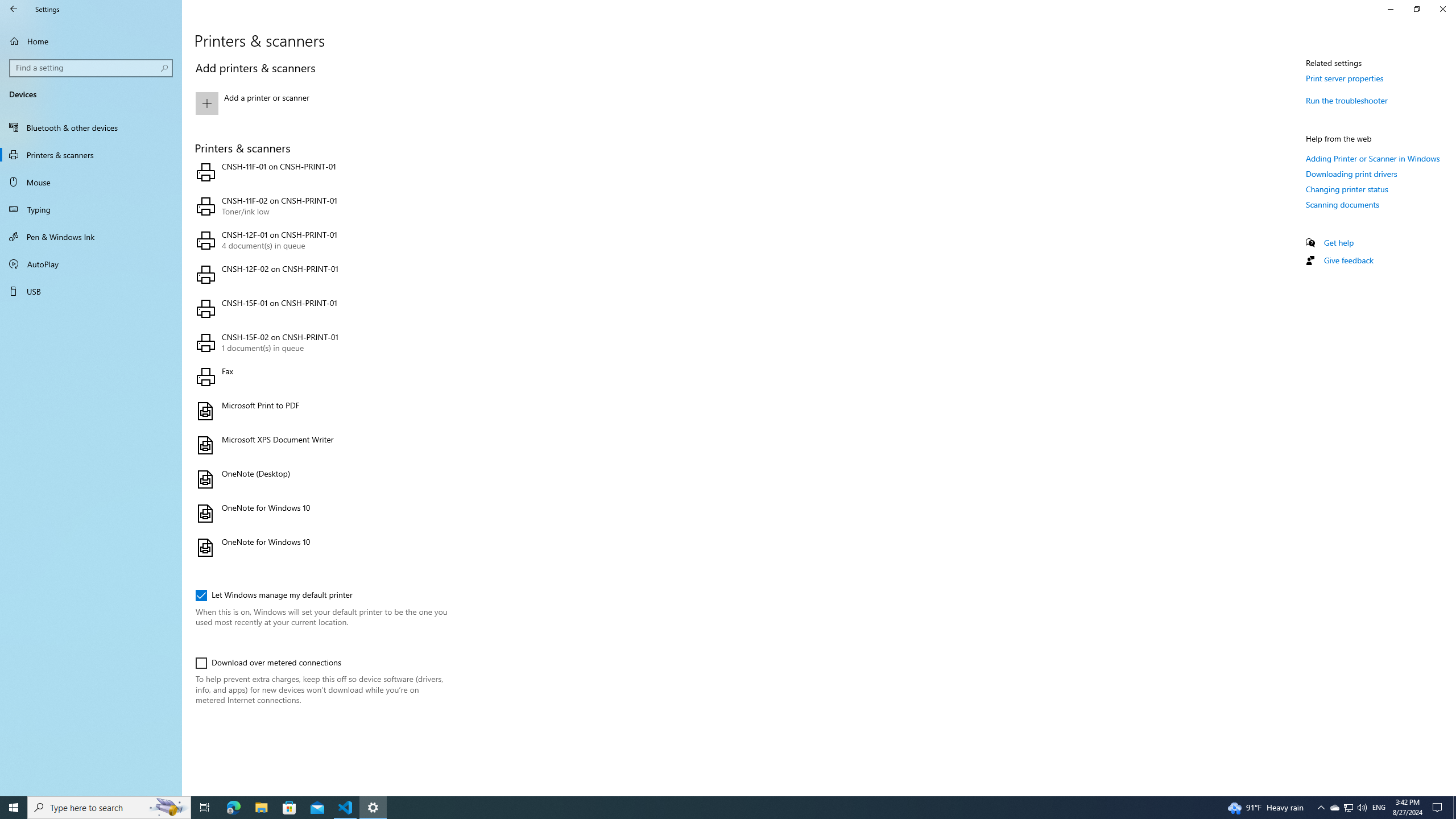  Describe the element at coordinates (90, 263) in the screenshot. I see `'AutoPlay'` at that location.